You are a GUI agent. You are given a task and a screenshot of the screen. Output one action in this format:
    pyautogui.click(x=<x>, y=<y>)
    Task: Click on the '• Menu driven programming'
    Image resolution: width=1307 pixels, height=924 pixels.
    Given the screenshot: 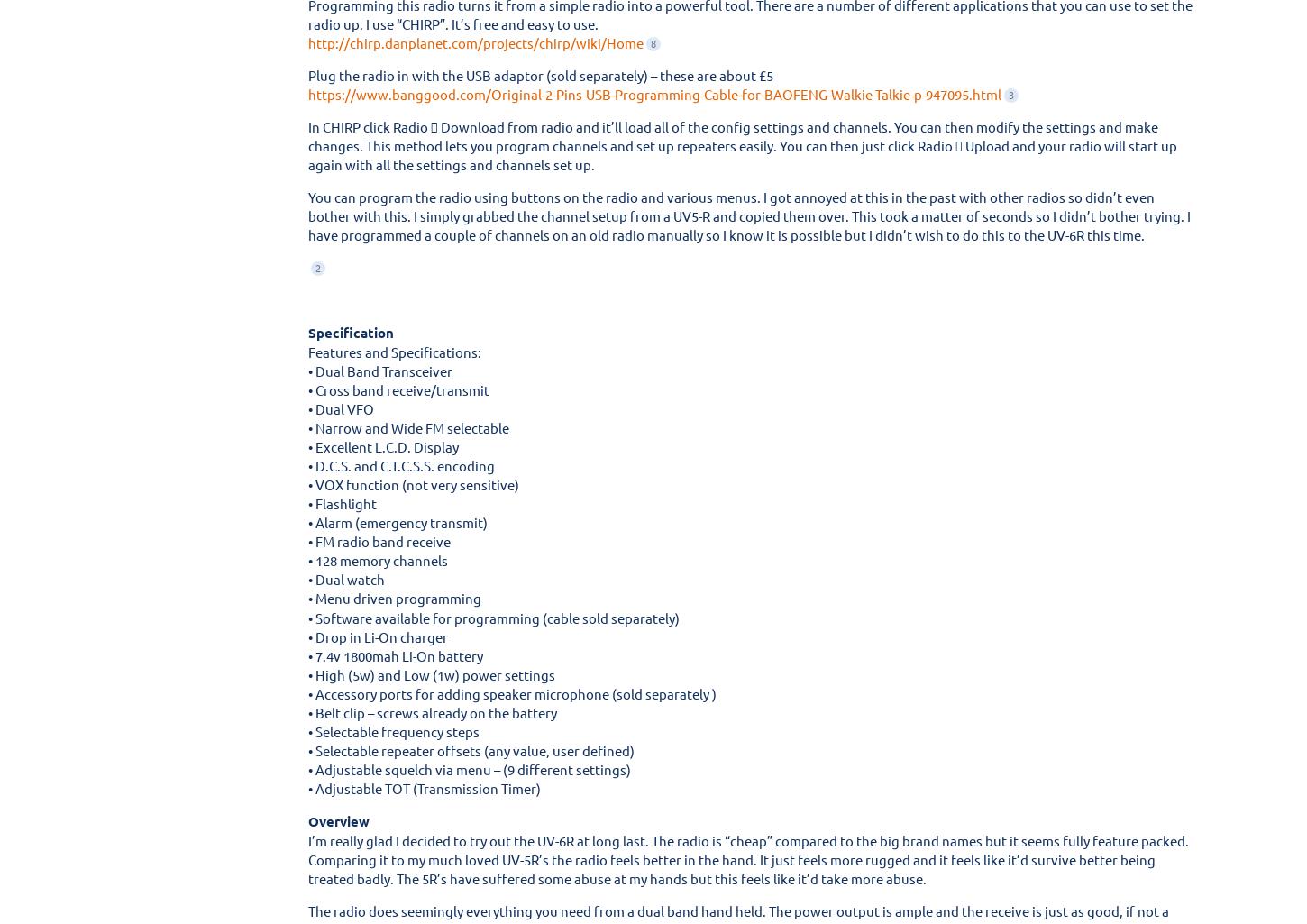 What is the action you would take?
    pyautogui.click(x=394, y=598)
    